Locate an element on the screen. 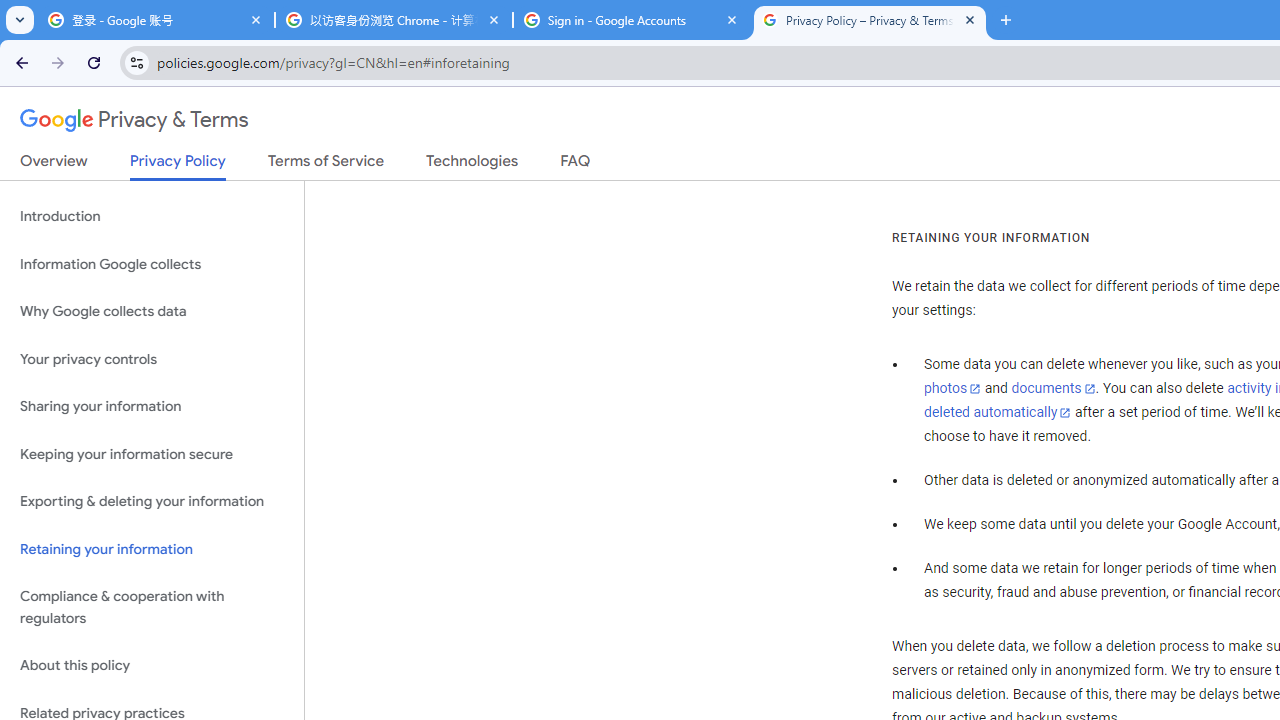 Image resolution: width=1280 pixels, height=720 pixels. 'FAQ' is located at coordinates (575, 164).